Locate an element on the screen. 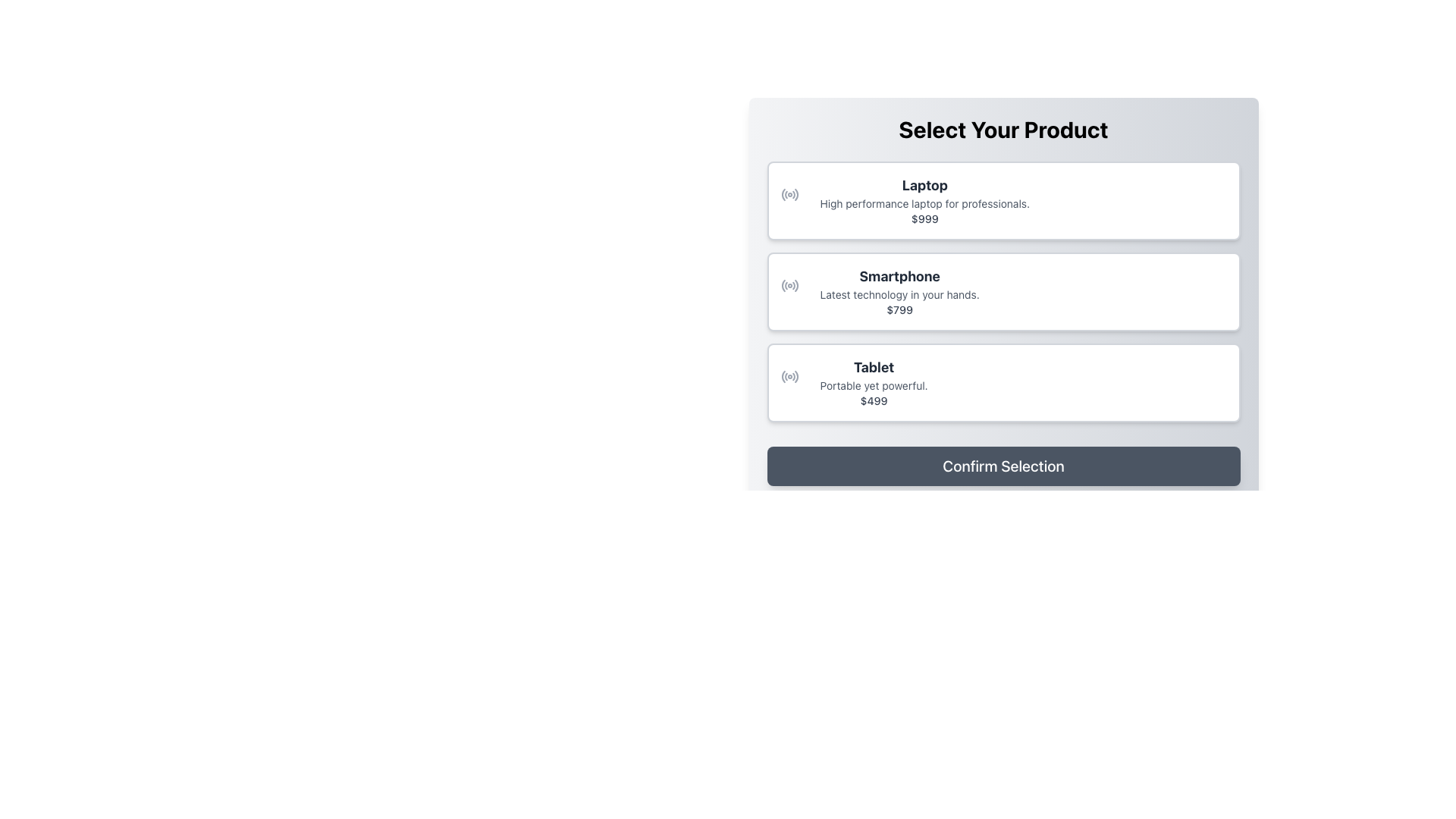  the selectable list item for the 'Smartphone' product, which is the second choice in the product selection menu is located at coordinates (1003, 301).